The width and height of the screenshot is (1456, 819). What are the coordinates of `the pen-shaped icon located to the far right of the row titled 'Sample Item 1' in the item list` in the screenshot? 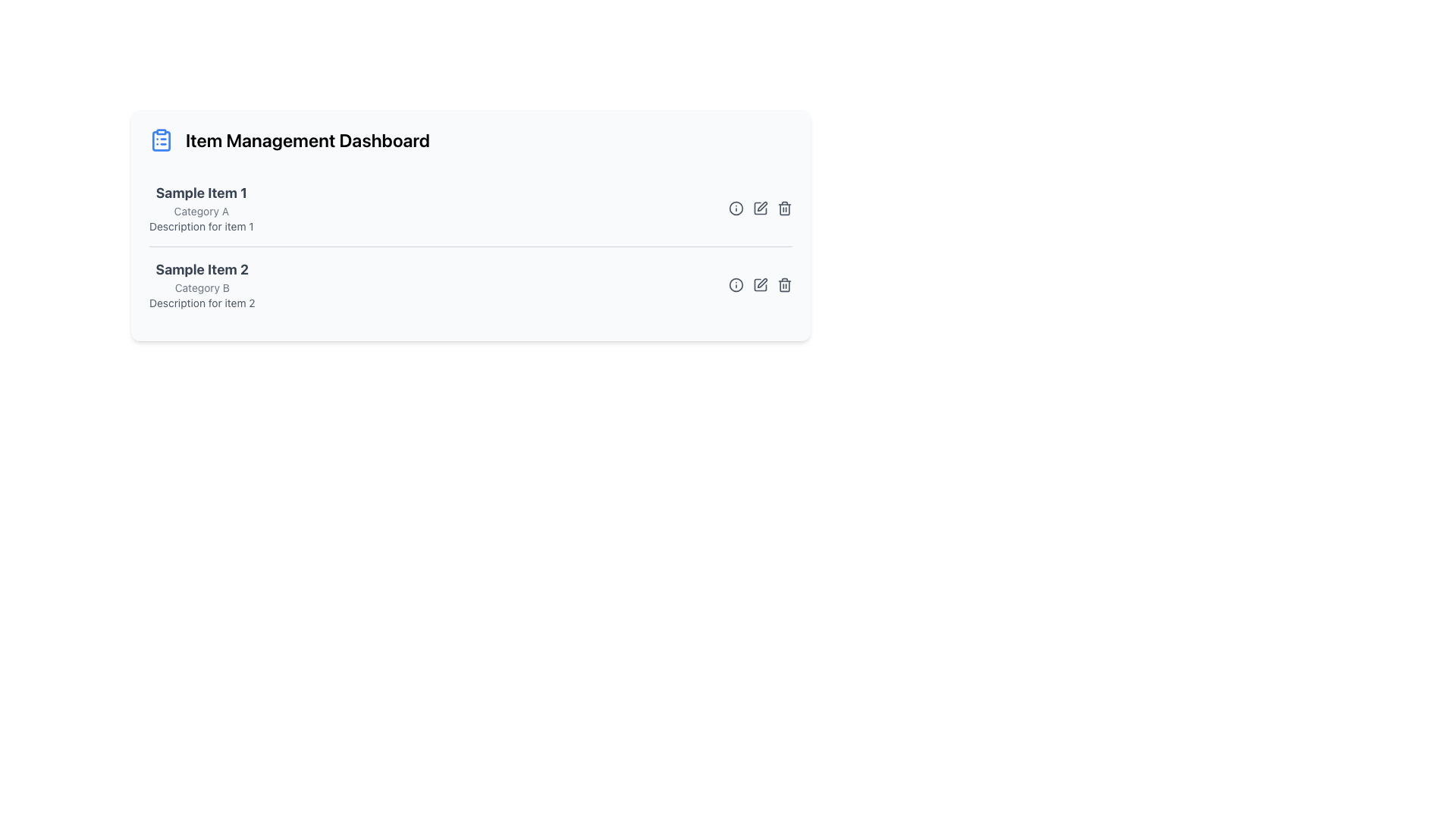 It's located at (762, 206).